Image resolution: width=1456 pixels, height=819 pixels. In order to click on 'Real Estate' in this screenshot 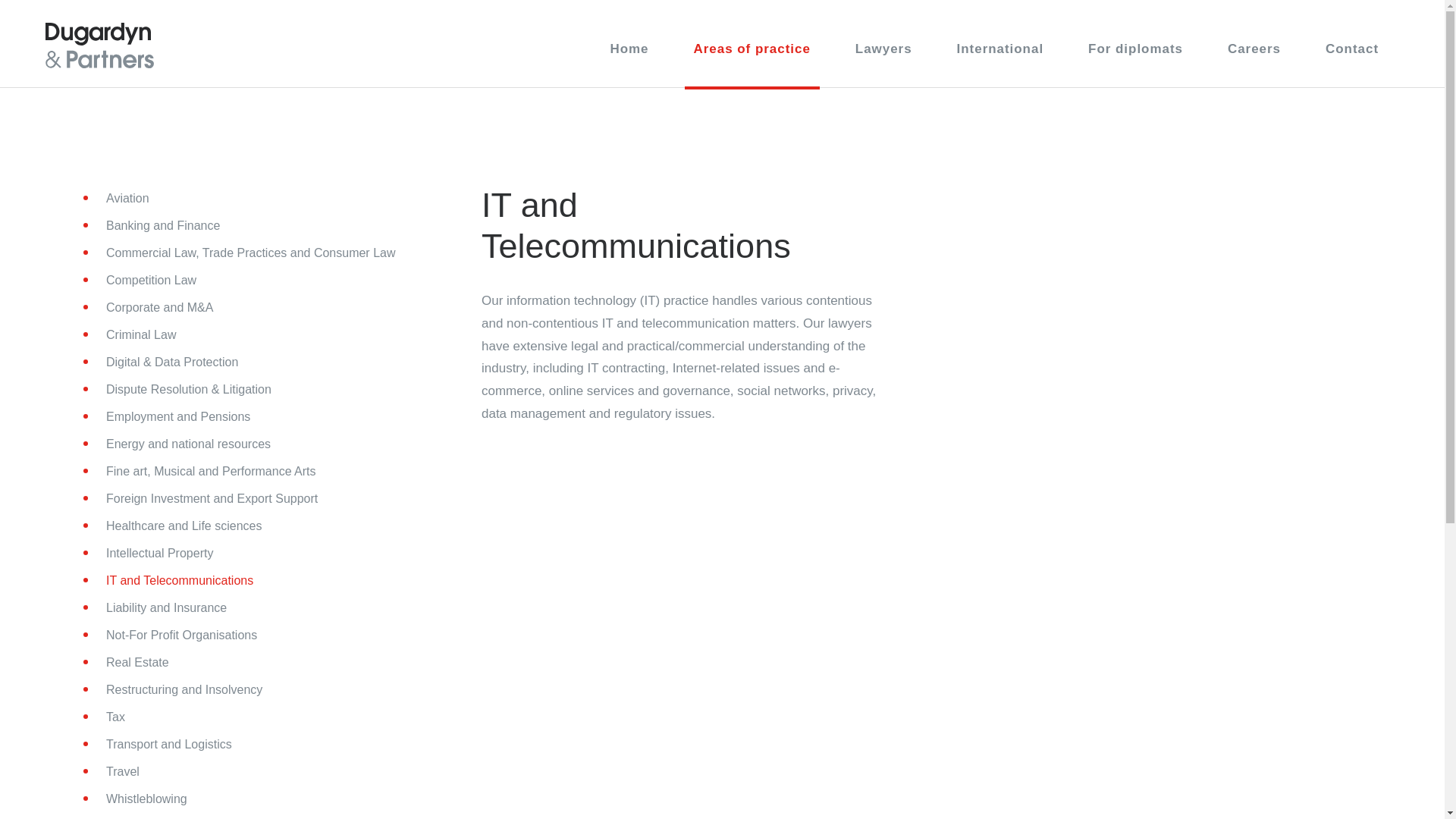, I will do `click(127, 662)`.